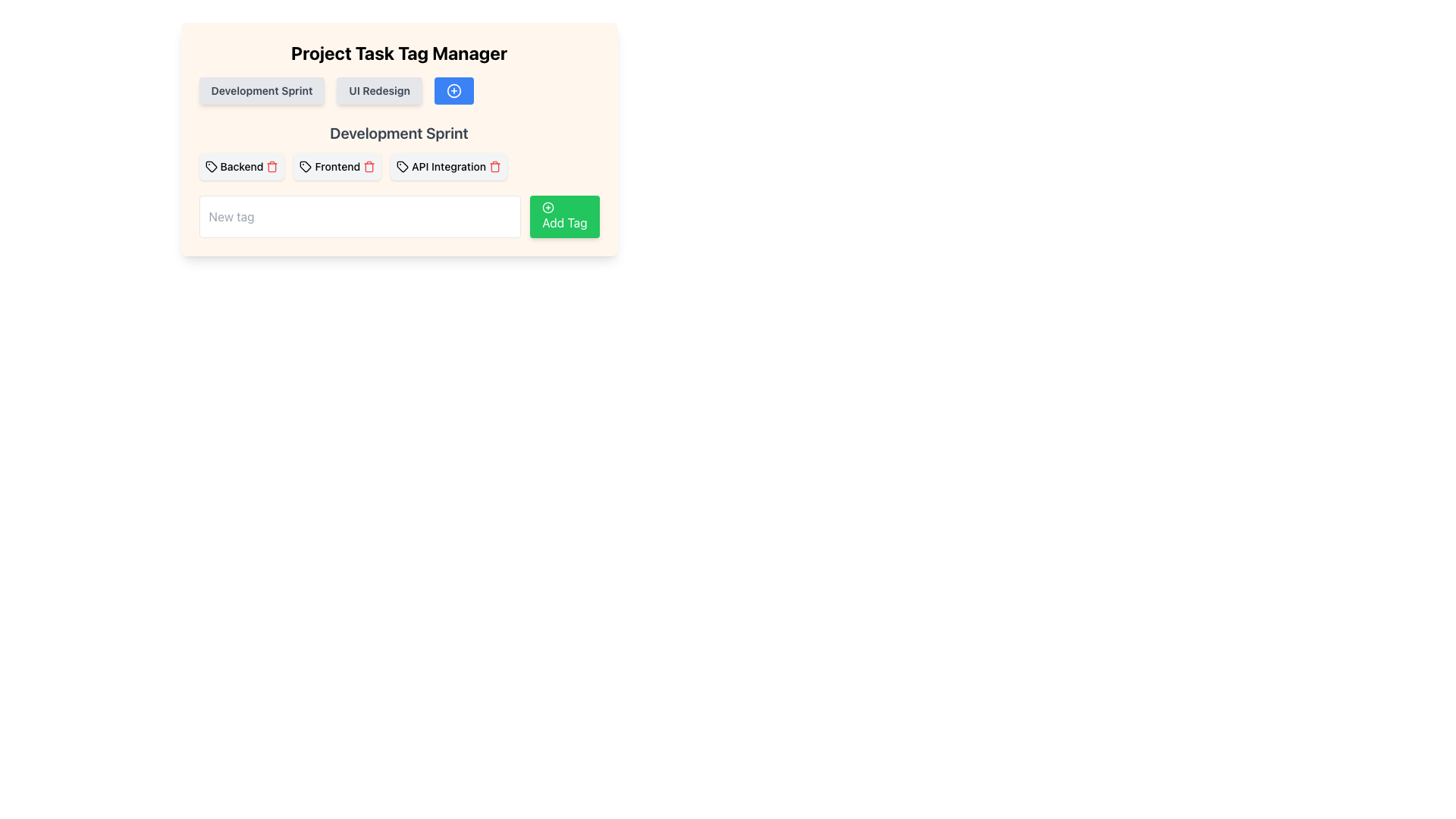  What do you see at coordinates (379, 90) in the screenshot?
I see `the interactive button for 'UI Redesign'` at bounding box center [379, 90].